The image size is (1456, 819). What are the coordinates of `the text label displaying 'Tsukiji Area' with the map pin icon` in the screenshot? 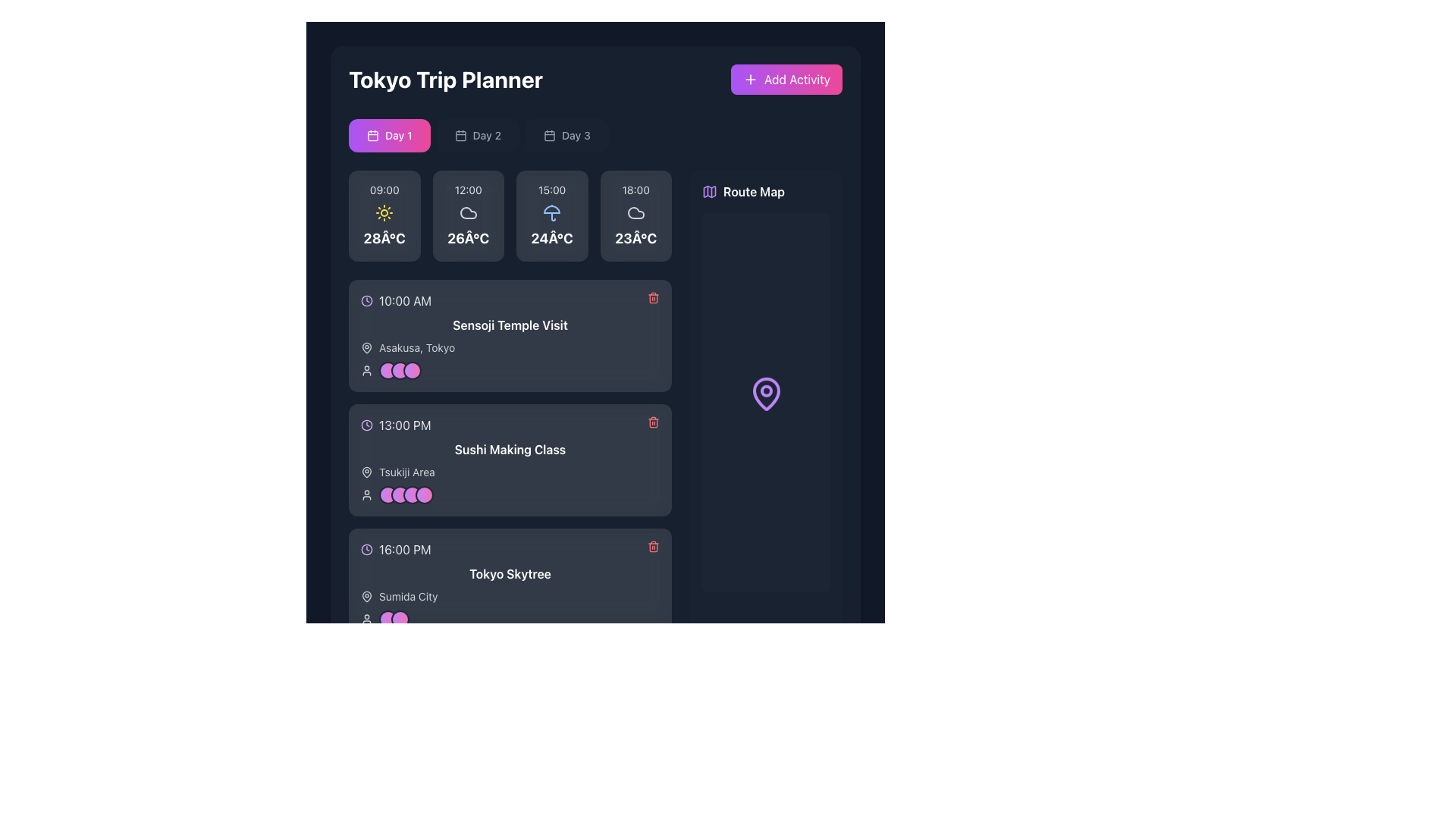 It's located at (510, 472).